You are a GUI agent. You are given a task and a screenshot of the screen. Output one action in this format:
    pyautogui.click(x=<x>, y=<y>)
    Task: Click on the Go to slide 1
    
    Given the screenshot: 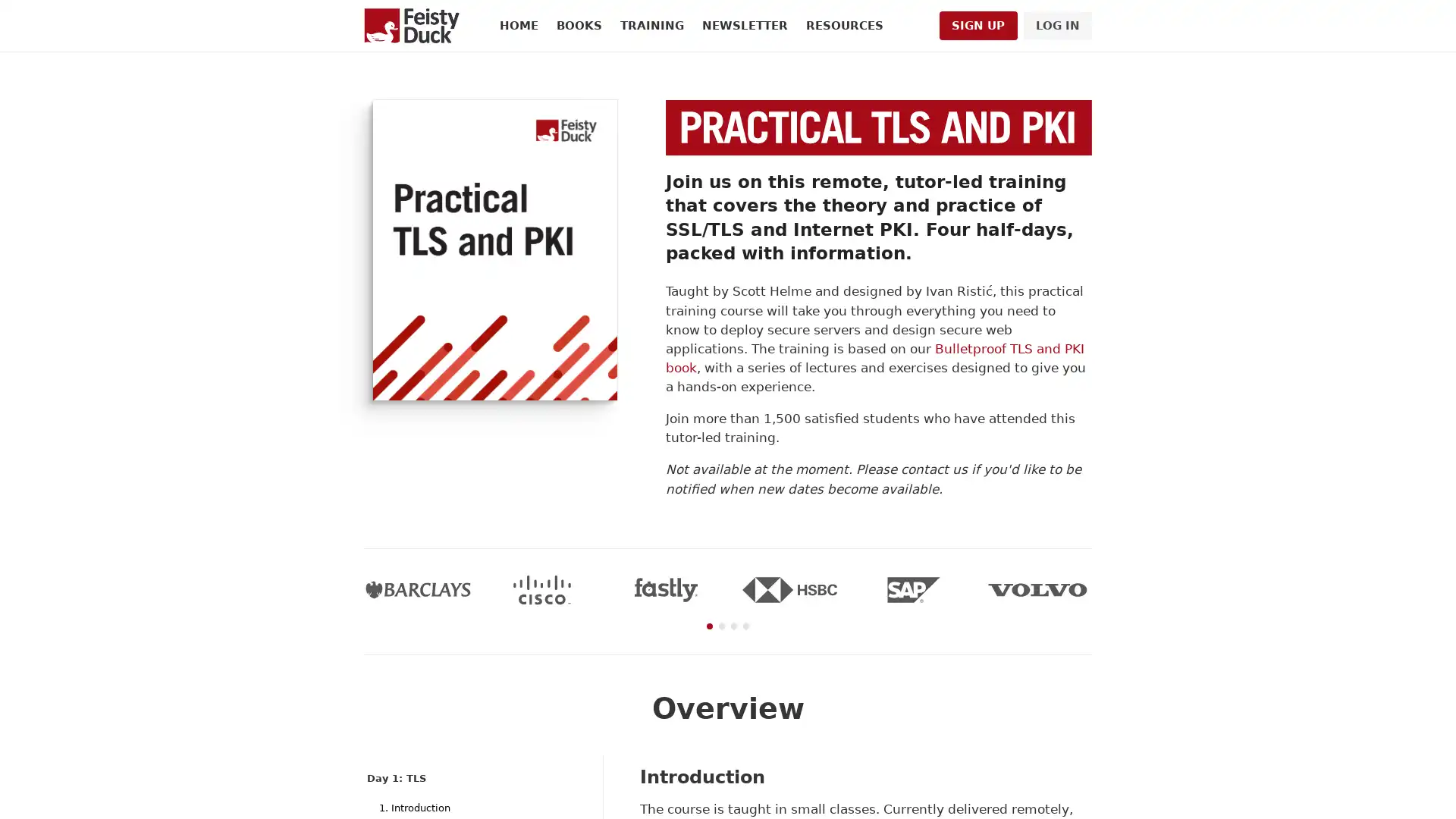 What is the action you would take?
    pyautogui.click(x=709, y=626)
    